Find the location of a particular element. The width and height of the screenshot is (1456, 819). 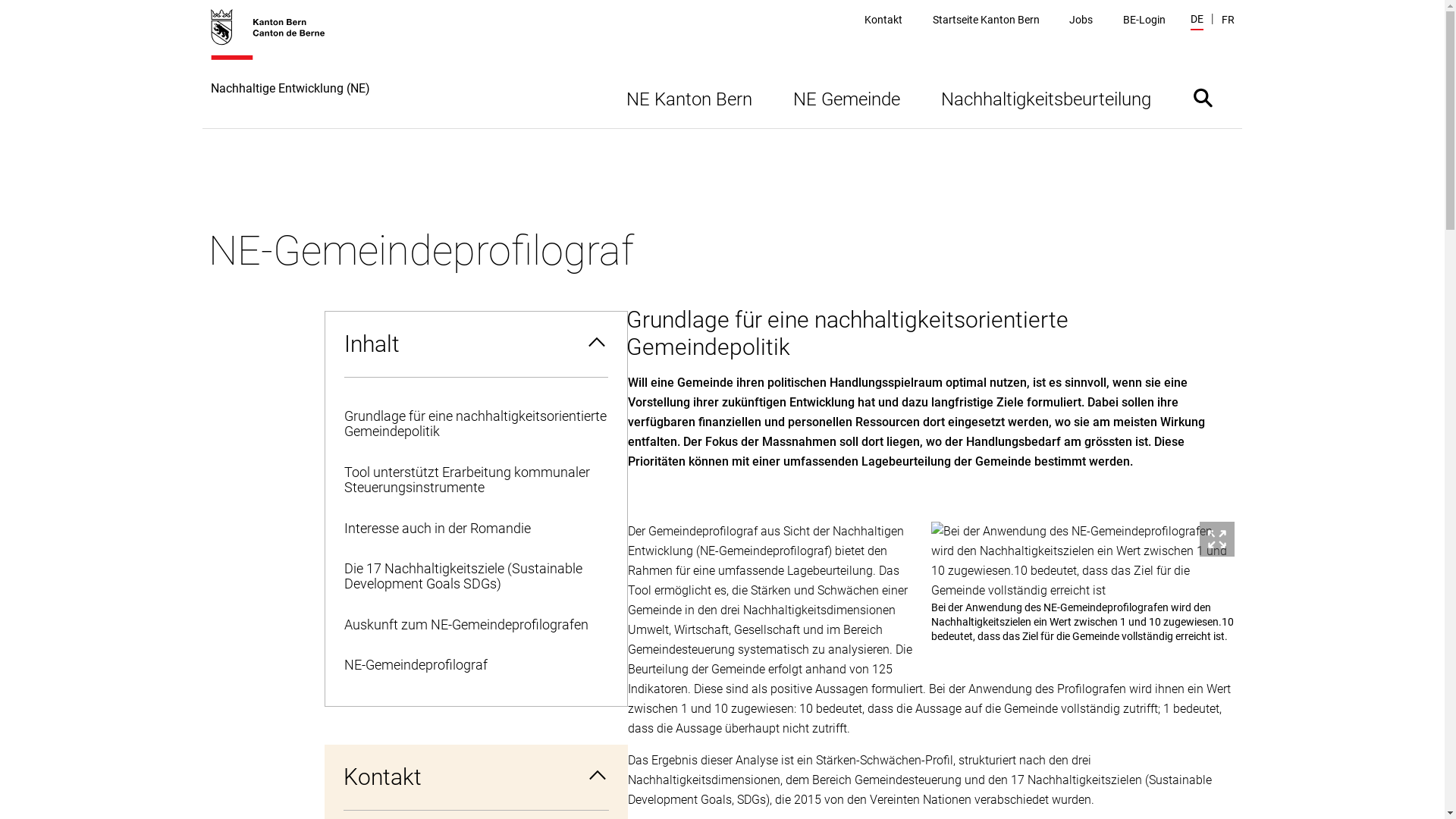

'Nachhaltige Entwicklung (NE)' is located at coordinates (290, 67).